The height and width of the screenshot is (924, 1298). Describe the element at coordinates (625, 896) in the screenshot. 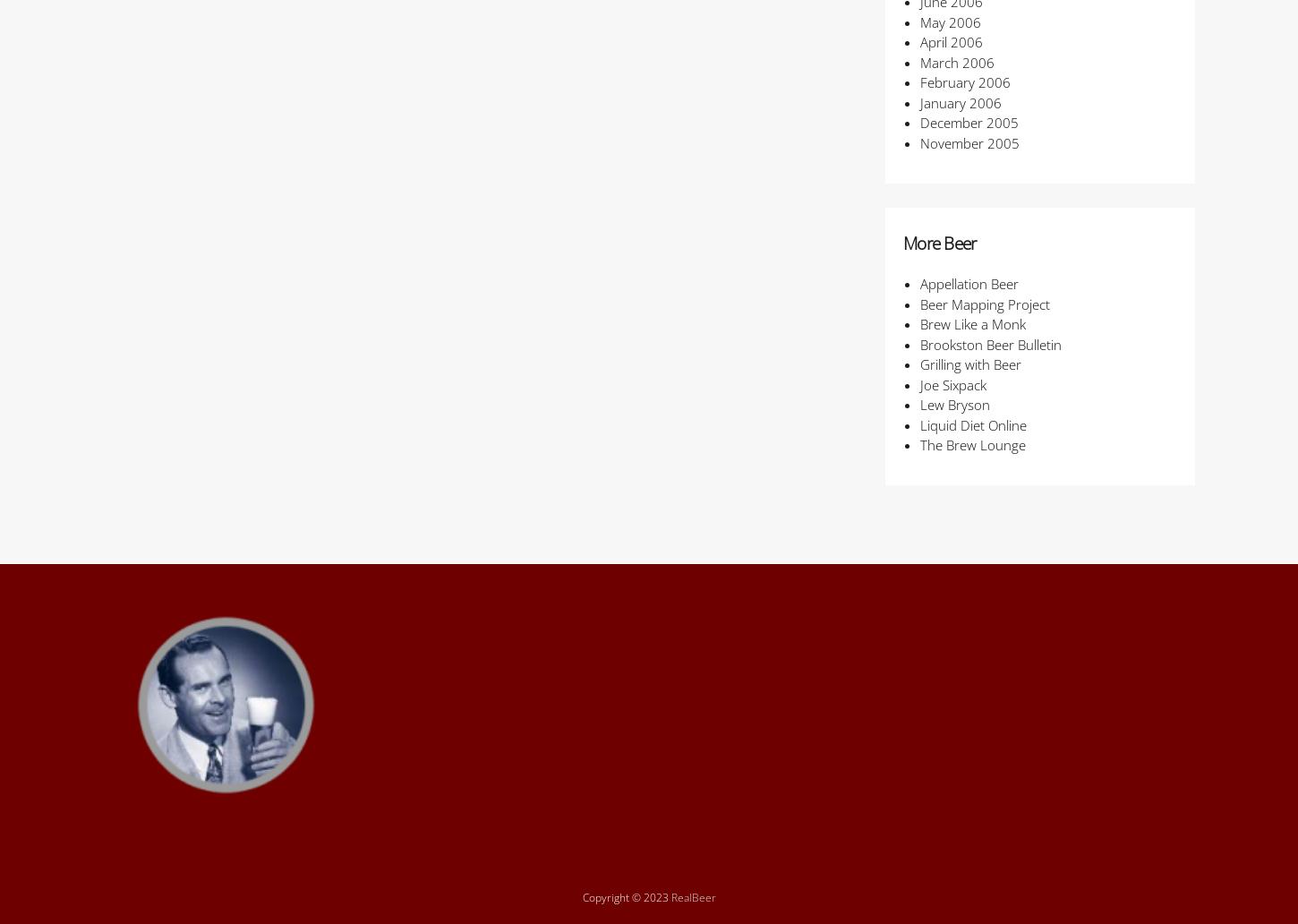

I see `'Copyright © 2023'` at that location.